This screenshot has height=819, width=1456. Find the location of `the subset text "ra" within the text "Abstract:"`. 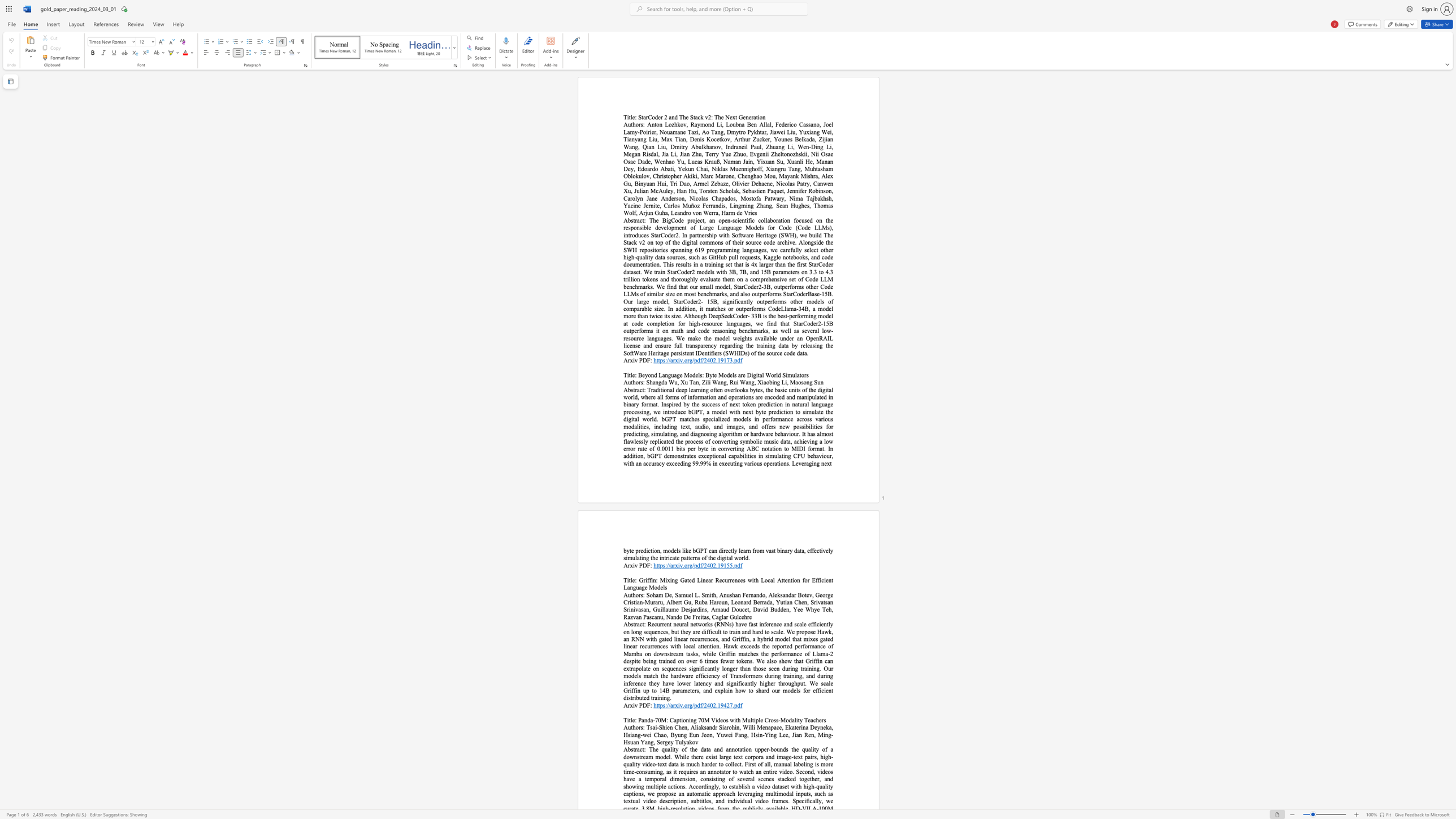

the subset text "ra" within the text "Abstract:" is located at coordinates (635, 389).